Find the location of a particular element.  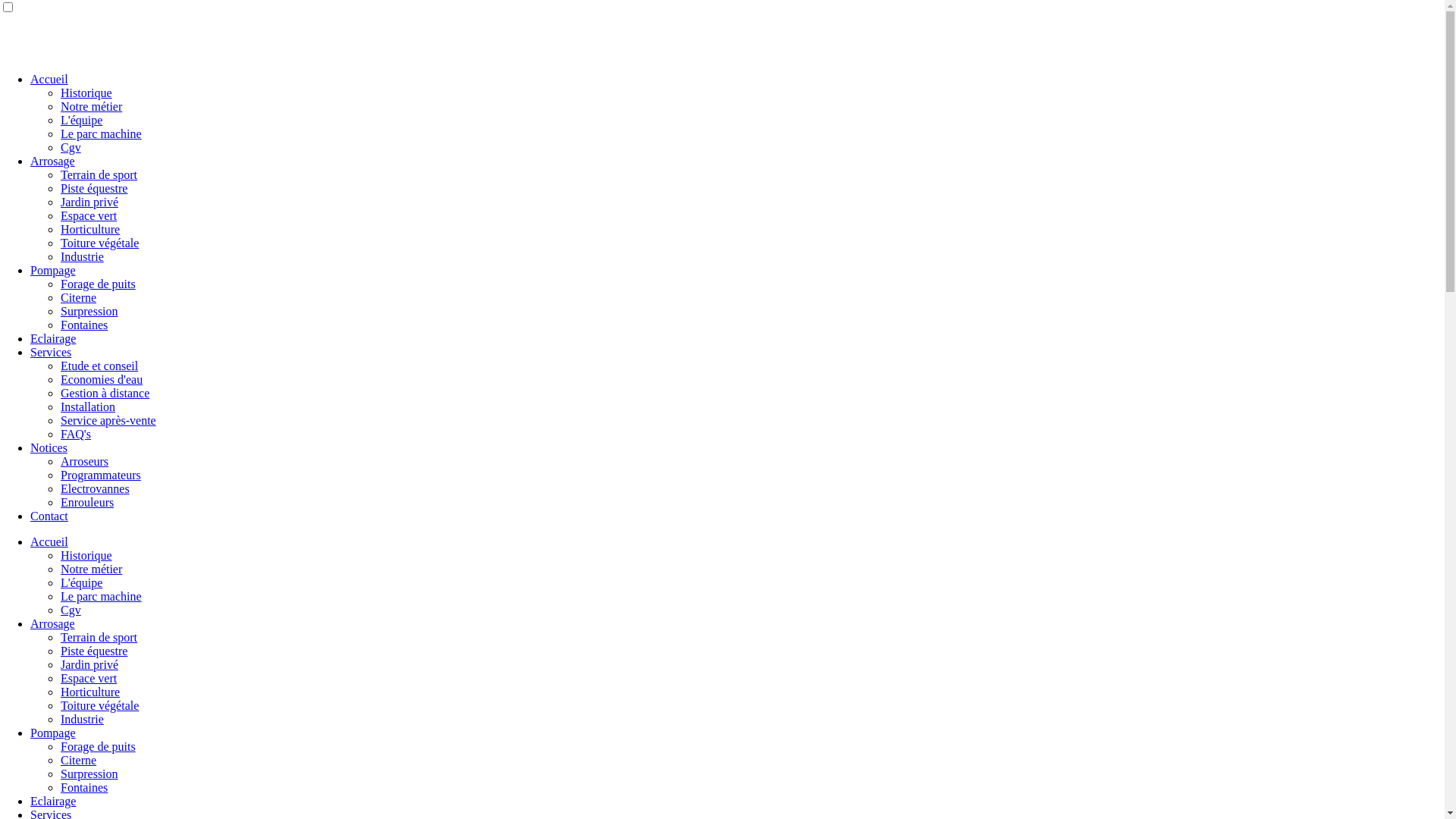

'Eclairage' is located at coordinates (30, 800).